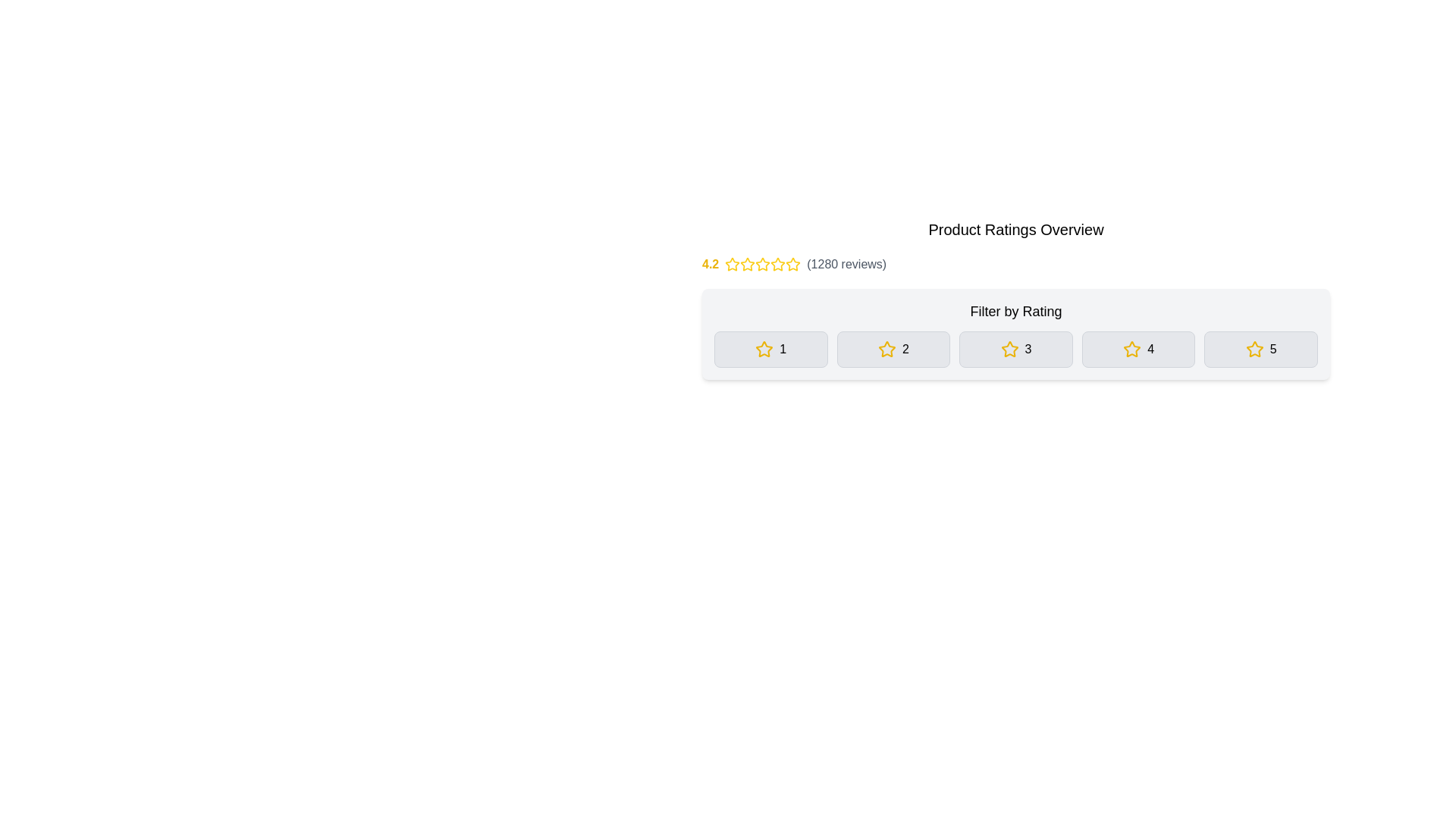 The image size is (1456, 819). Describe the element at coordinates (770, 350) in the screenshot. I see `the '1 star' filter button, which is the leftmost button in a row of five similar buttons` at that location.